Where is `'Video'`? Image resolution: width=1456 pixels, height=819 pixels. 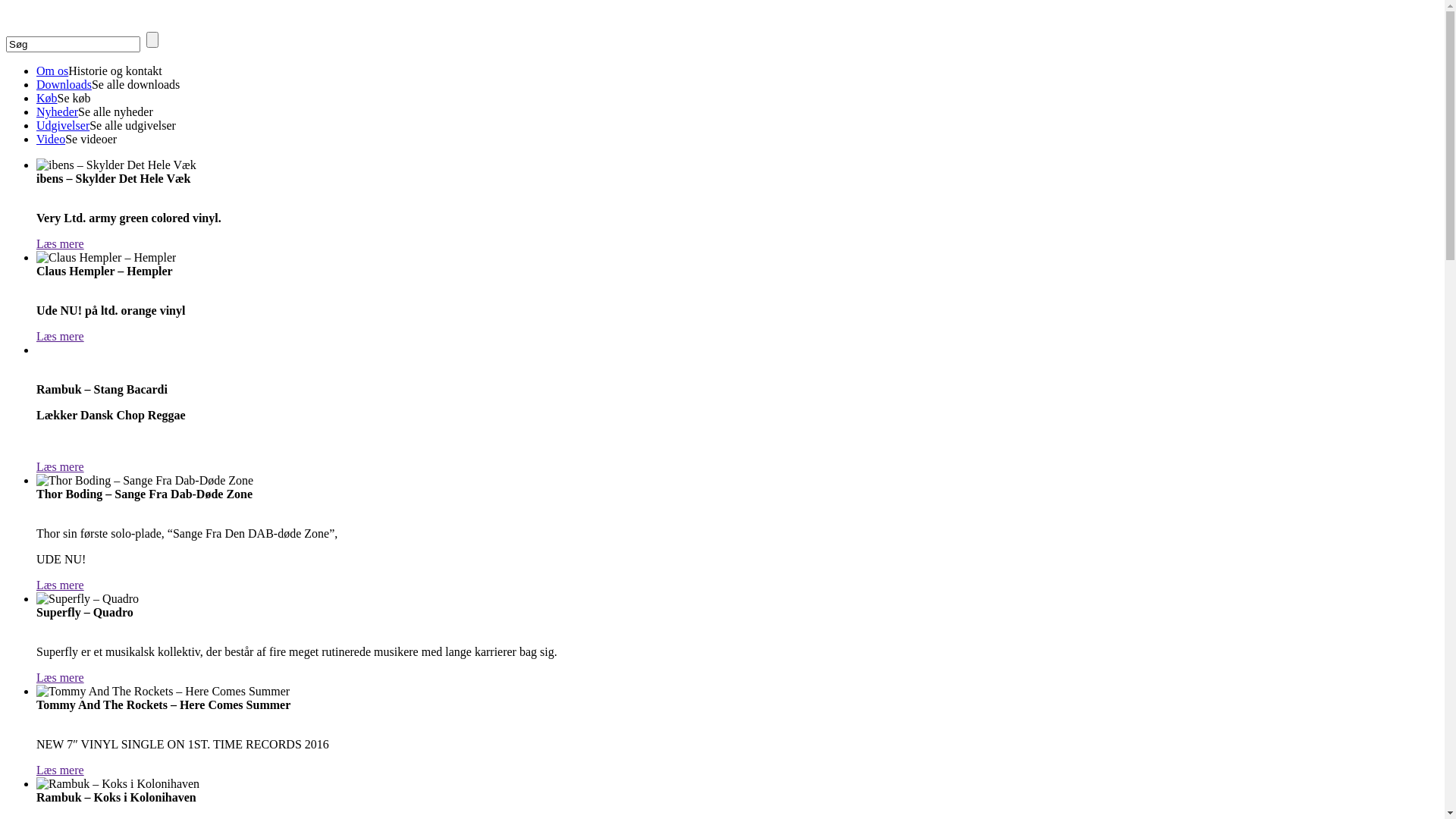
'Video' is located at coordinates (51, 139).